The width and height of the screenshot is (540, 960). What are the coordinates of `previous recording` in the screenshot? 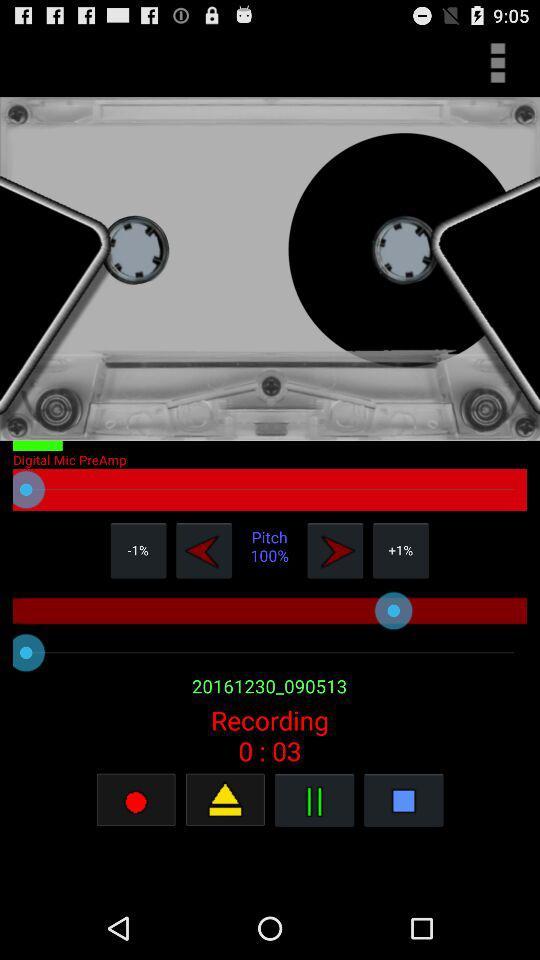 It's located at (203, 550).